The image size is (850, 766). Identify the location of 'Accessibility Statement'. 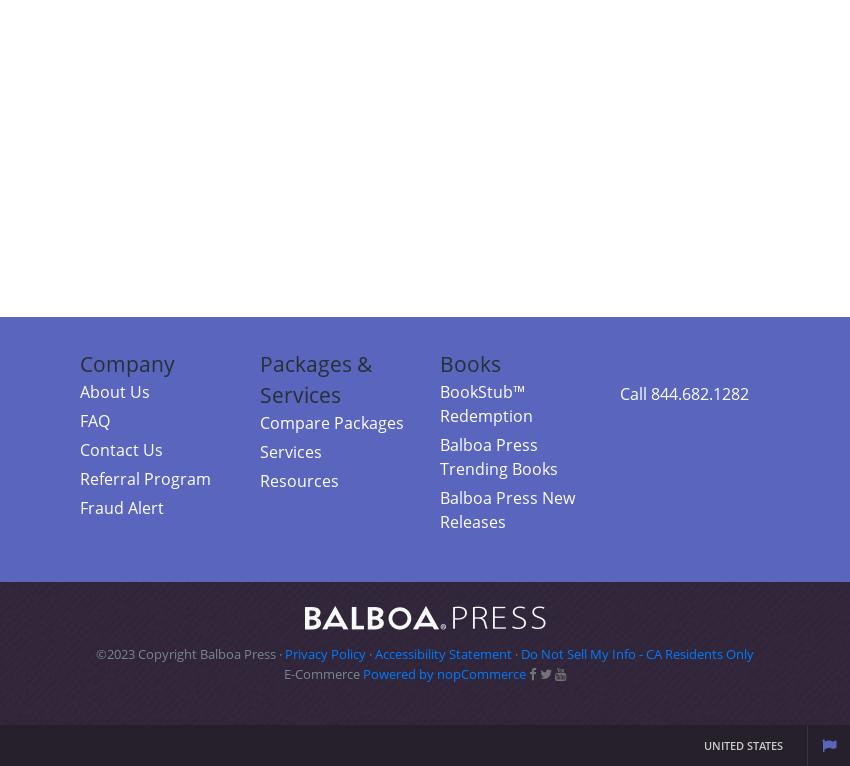
(442, 654).